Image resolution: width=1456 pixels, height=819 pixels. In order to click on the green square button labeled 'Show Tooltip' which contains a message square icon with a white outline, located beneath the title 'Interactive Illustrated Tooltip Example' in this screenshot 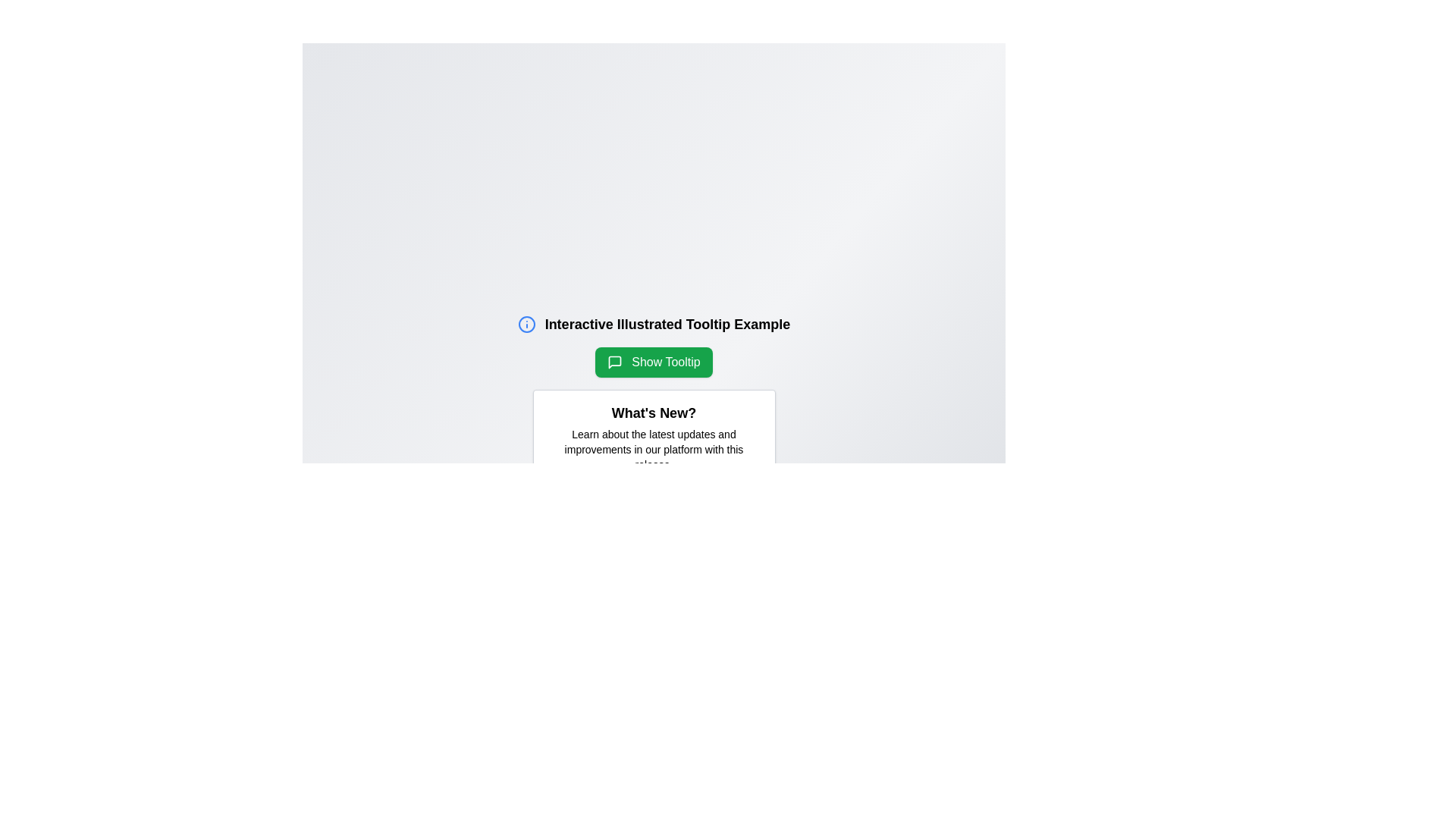, I will do `click(615, 362)`.